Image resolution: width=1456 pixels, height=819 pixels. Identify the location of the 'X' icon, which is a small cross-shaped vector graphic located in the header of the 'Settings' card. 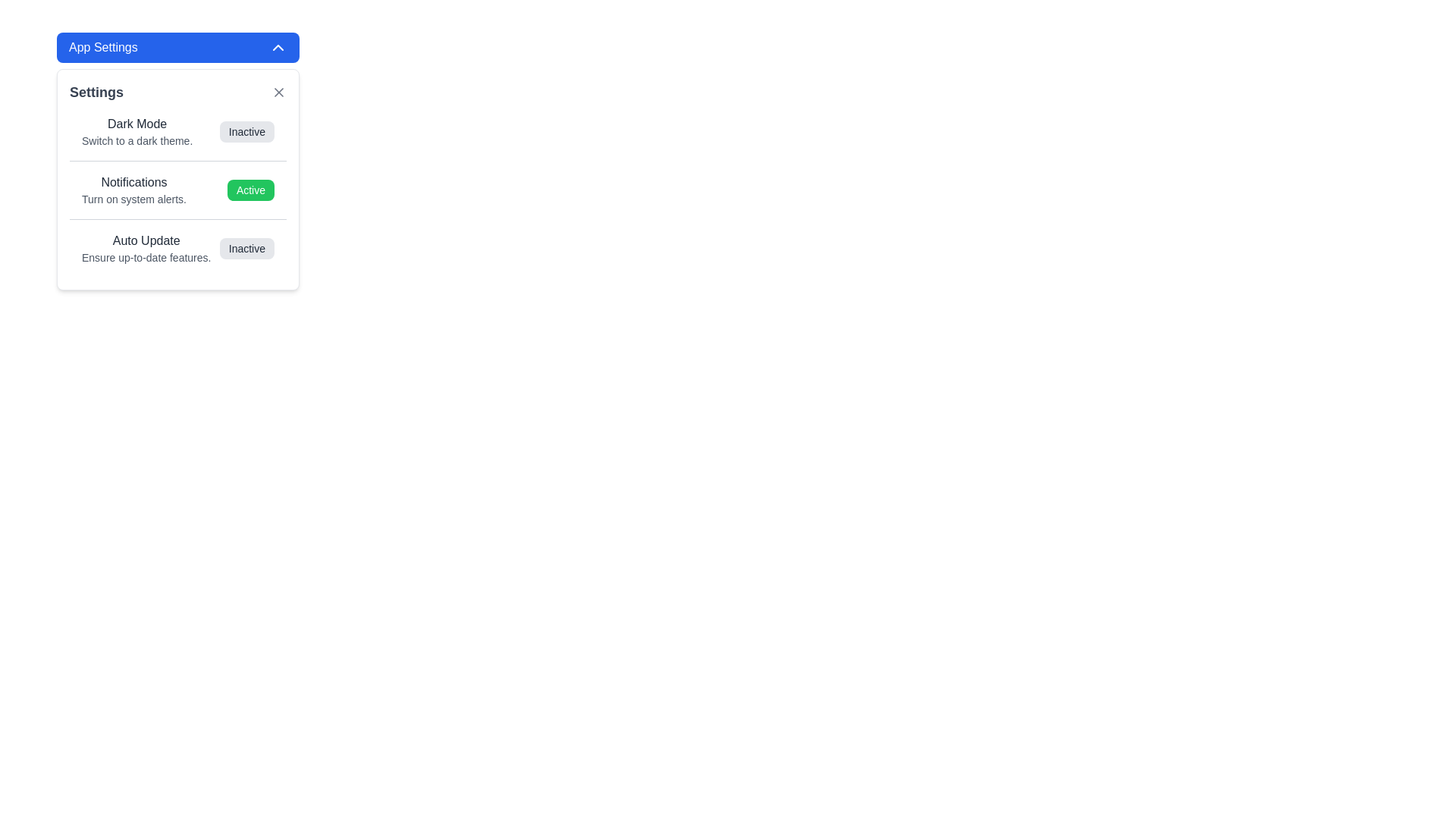
(279, 93).